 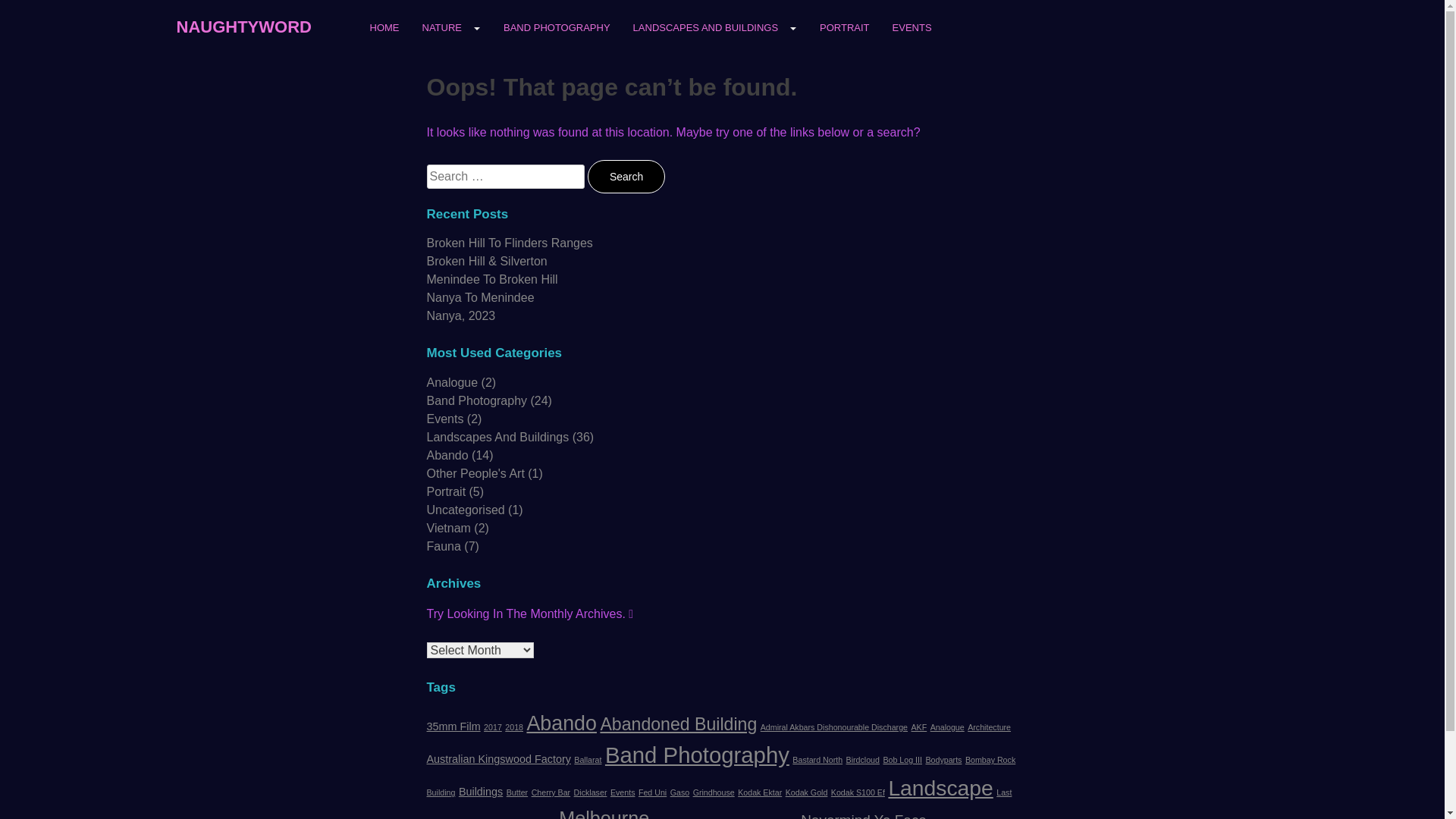 I want to click on '35mm Film', so click(x=452, y=725).